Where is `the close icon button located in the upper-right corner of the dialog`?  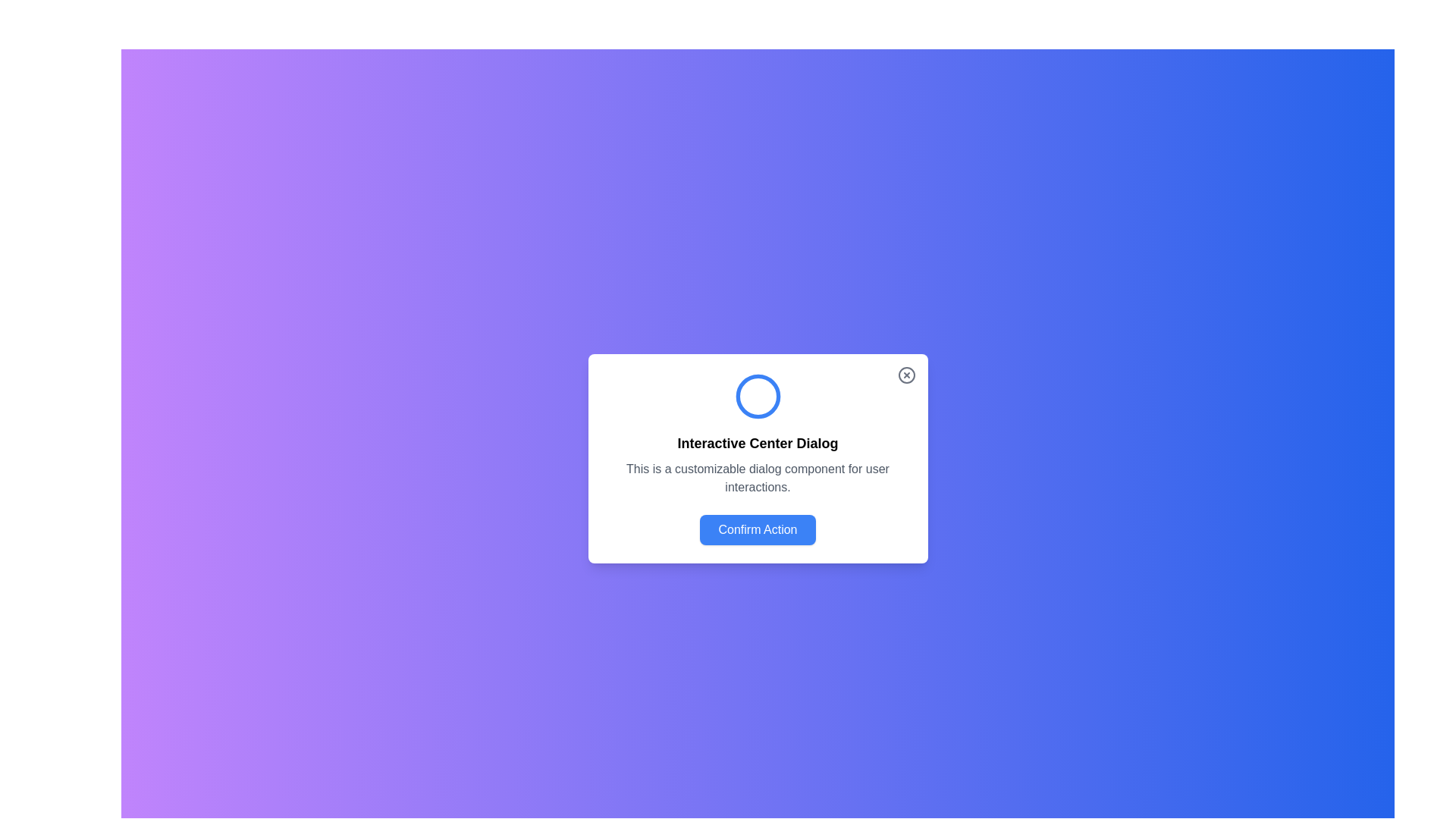
the close icon button located in the upper-right corner of the dialog is located at coordinates (906, 375).